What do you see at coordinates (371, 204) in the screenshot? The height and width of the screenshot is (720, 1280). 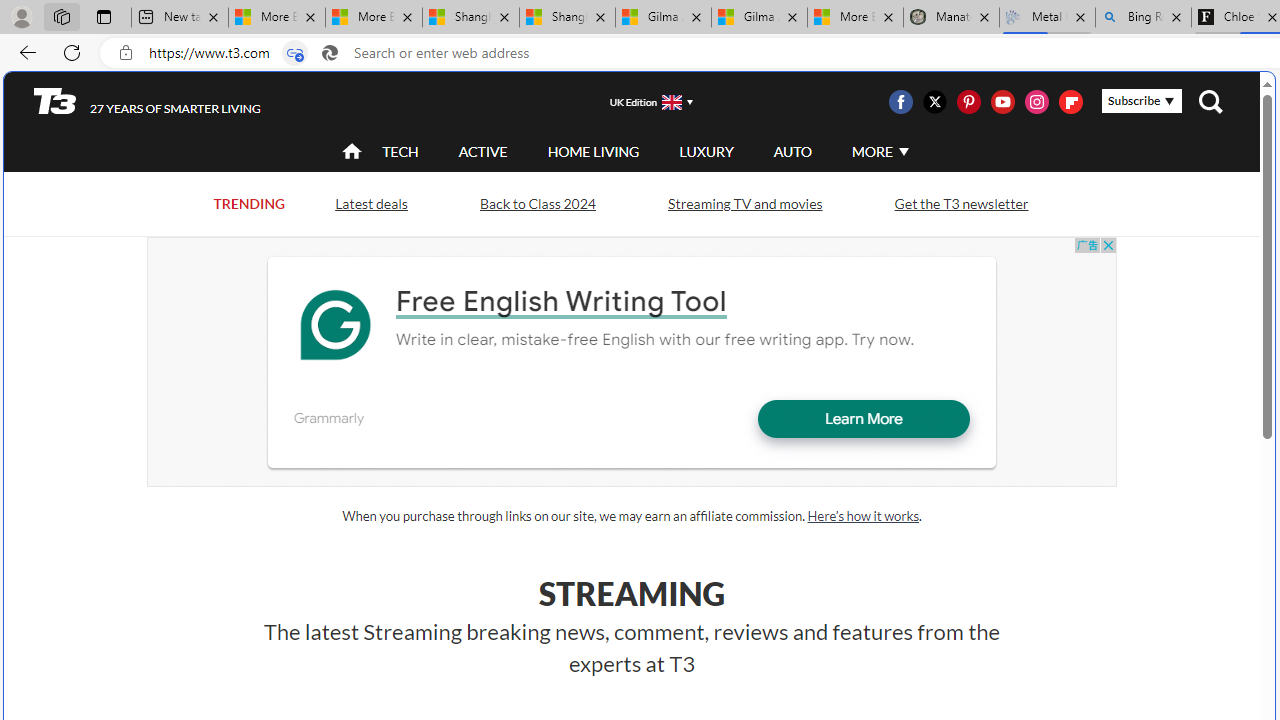 I see `'Latest deals'` at bounding box center [371, 204].